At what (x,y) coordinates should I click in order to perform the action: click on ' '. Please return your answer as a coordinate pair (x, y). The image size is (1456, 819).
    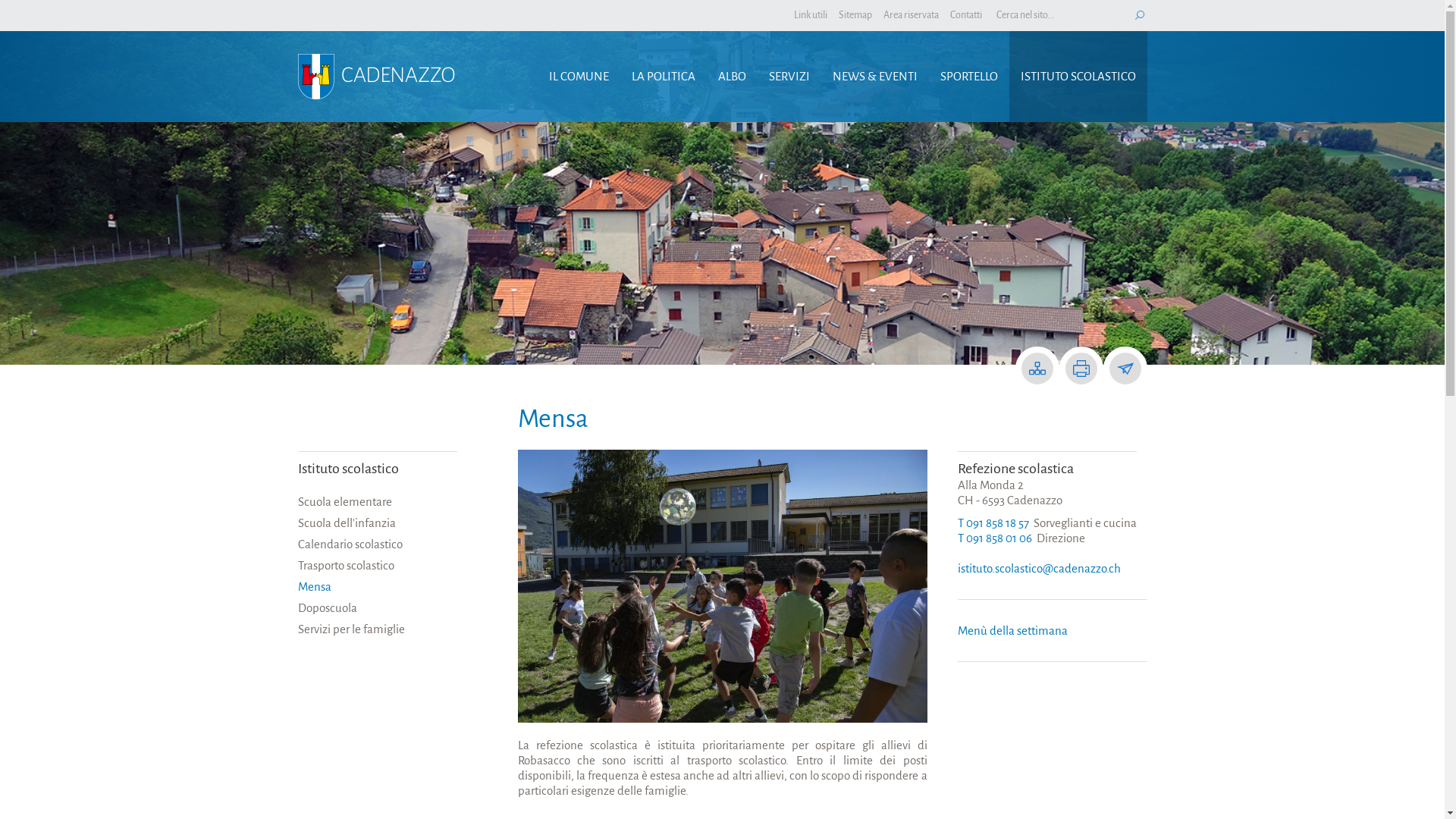
    Looking at the image, I should click on (1139, 14).